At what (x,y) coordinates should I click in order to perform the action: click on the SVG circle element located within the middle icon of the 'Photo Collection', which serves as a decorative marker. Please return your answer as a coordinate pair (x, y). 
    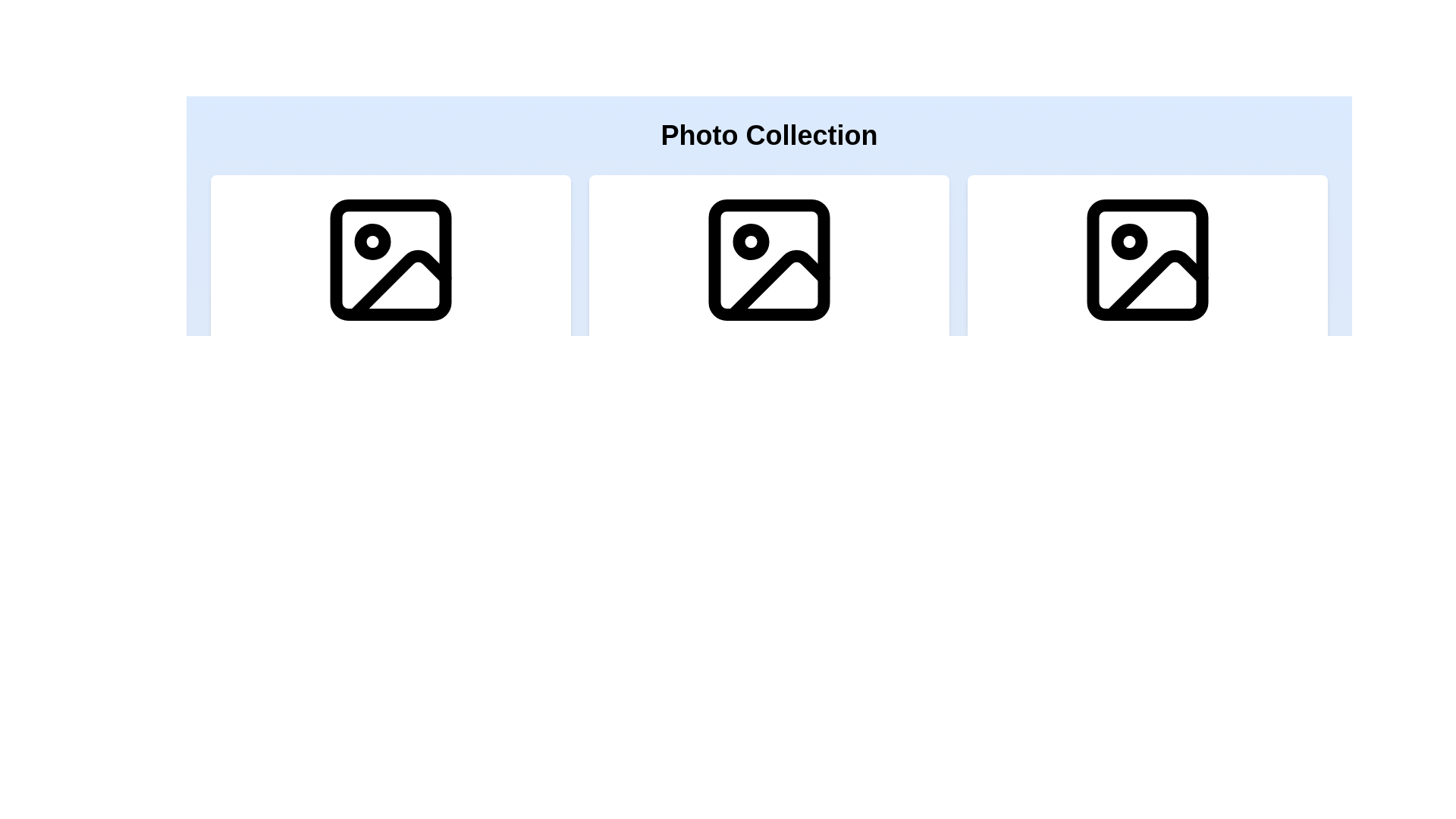
    Looking at the image, I should click on (751, 241).